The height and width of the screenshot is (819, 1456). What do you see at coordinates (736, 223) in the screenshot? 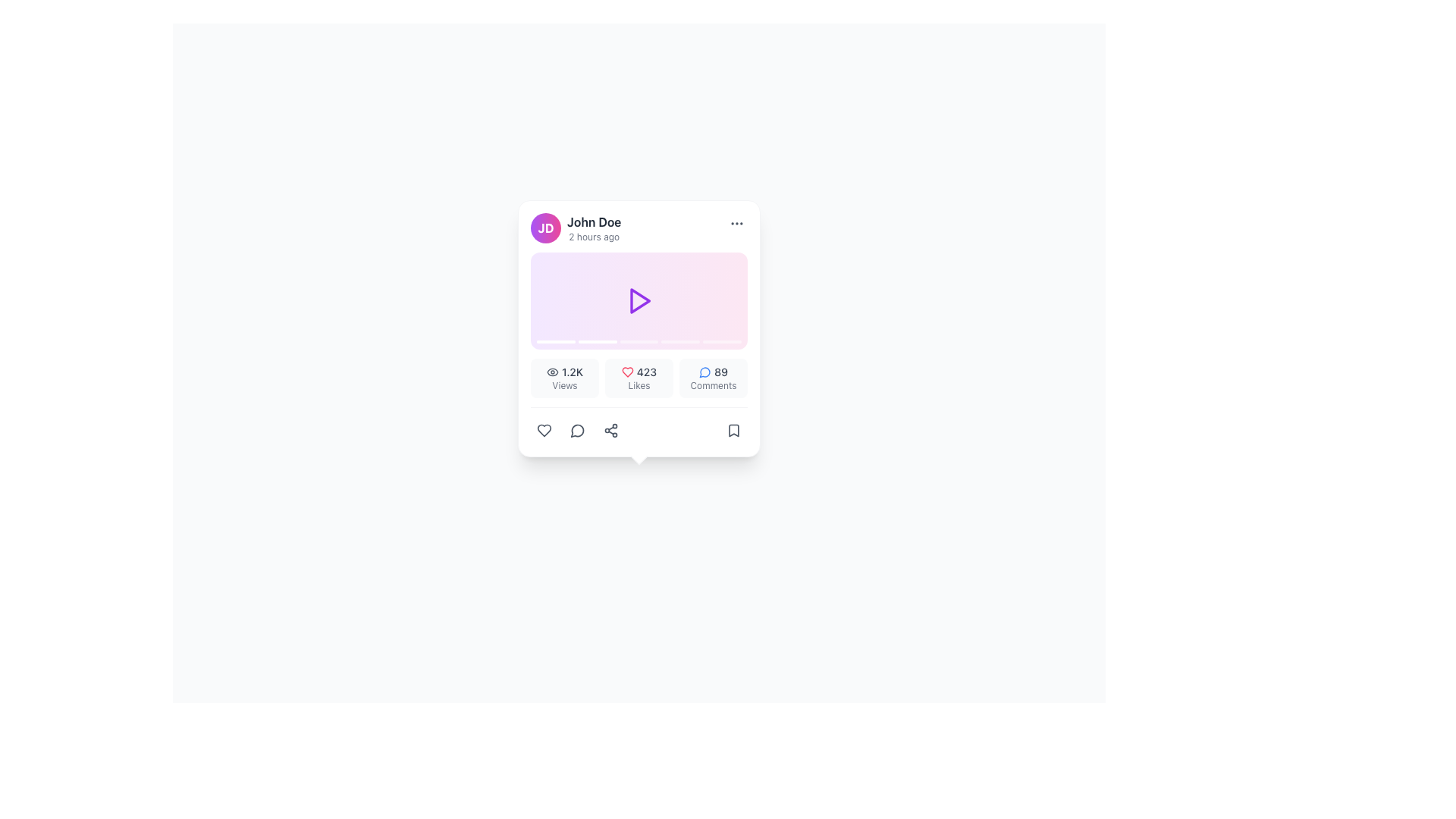
I see `the ellipsis menu icon, which consists of three horizontally aligned dark gray dots` at bounding box center [736, 223].